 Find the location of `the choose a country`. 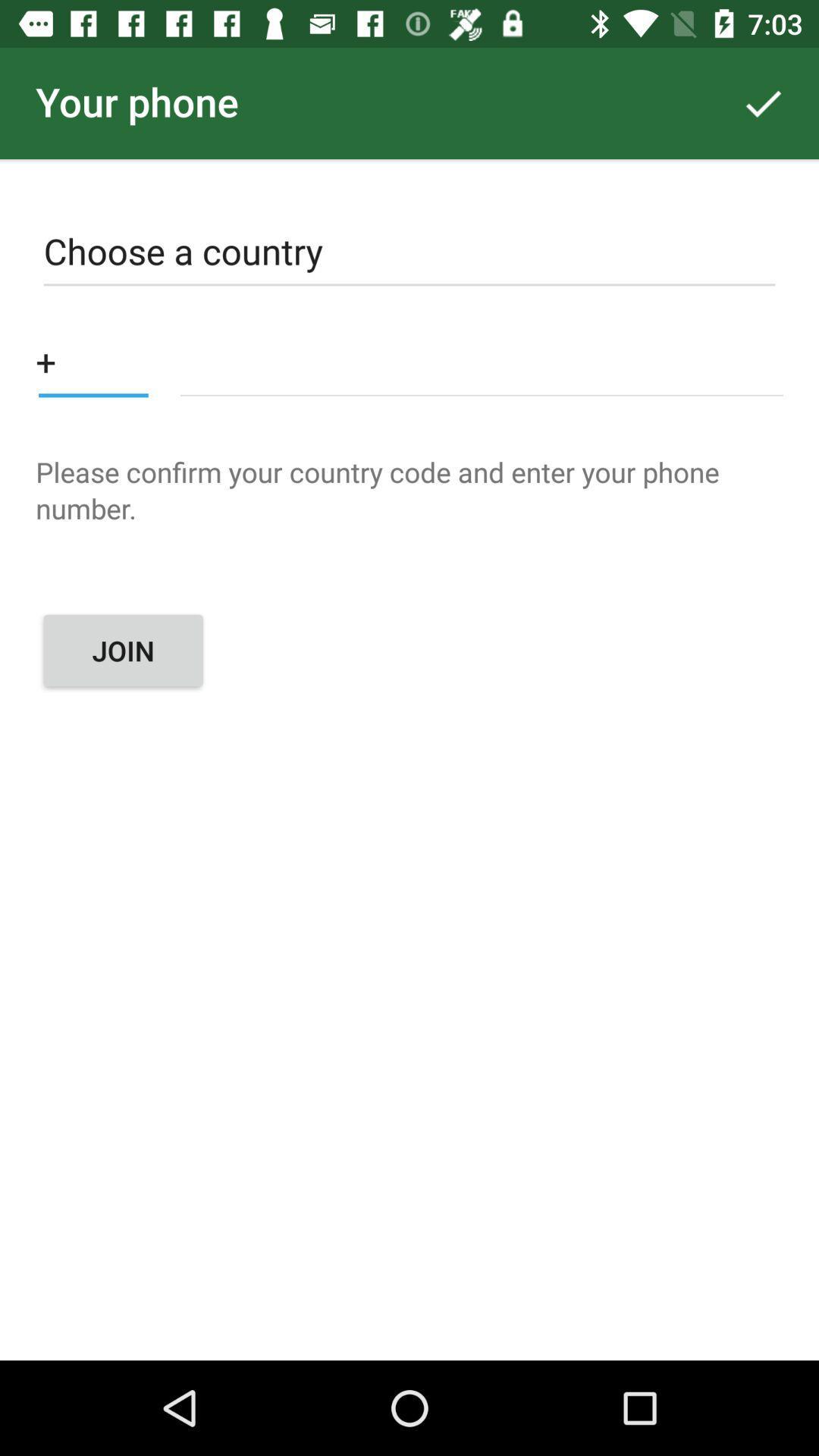

the choose a country is located at coordinates (409, 255).